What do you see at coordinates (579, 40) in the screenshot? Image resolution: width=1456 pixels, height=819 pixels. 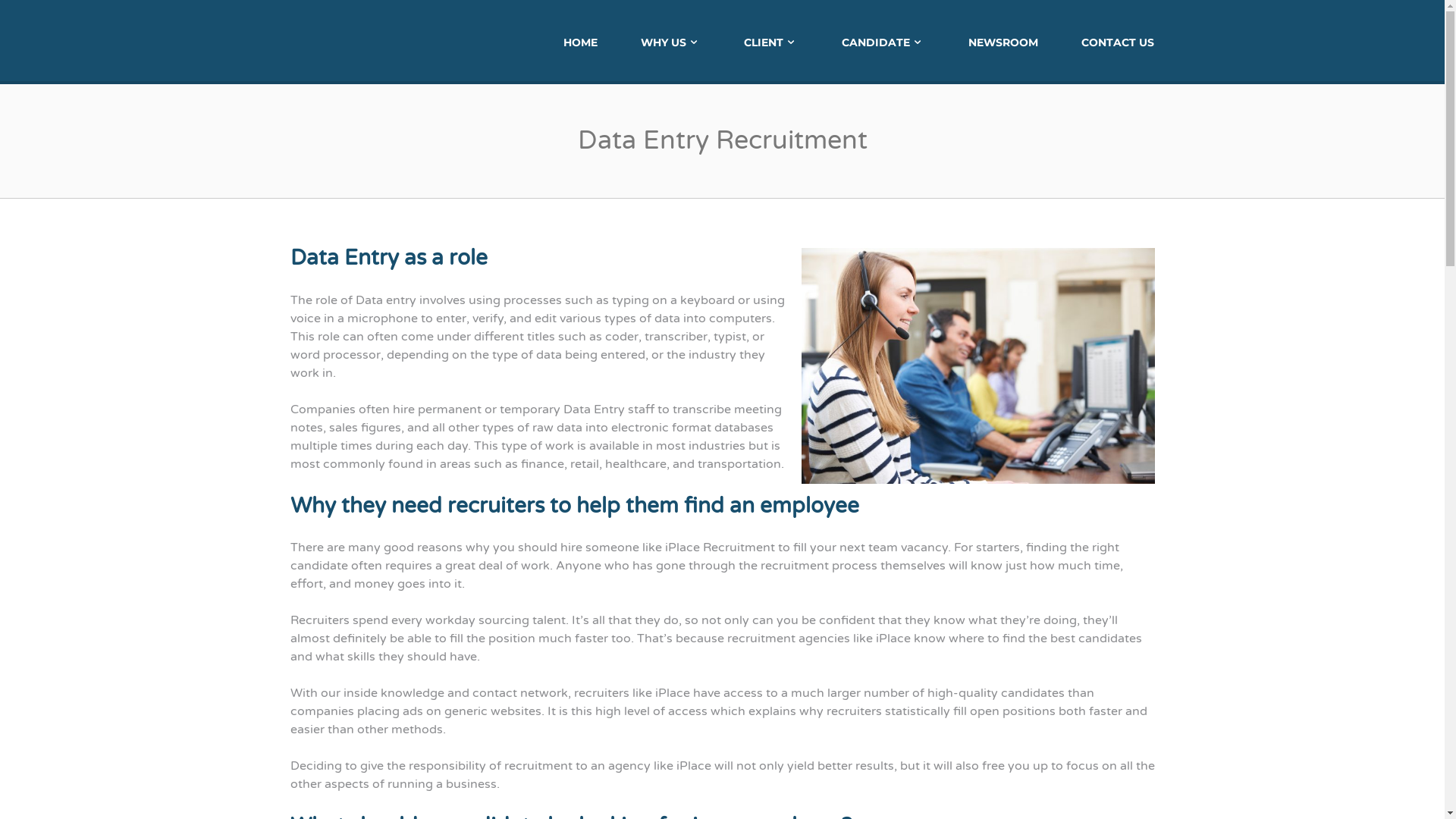 I see `'HOME'` at bounding box center [579, 40].